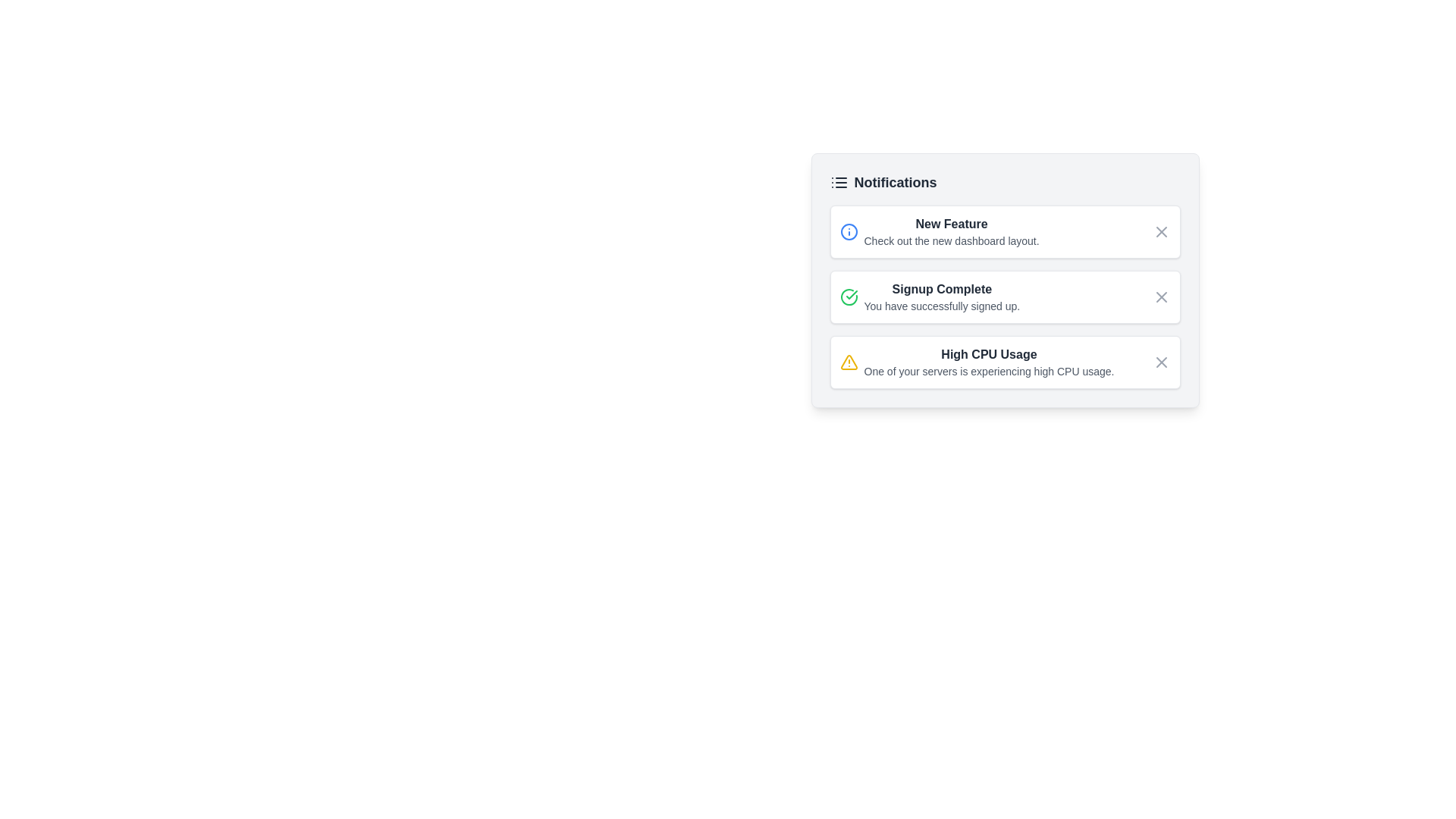 Image resolution: width=1456 pixels, height=819 pixels. What do you see at coordinates (941, 306) in the screenshot?
I see `confirmation message text 'You have successfully signed up.' located beneath the title 'Signup Complete' in the notification card` at bounding box center [941, 306].